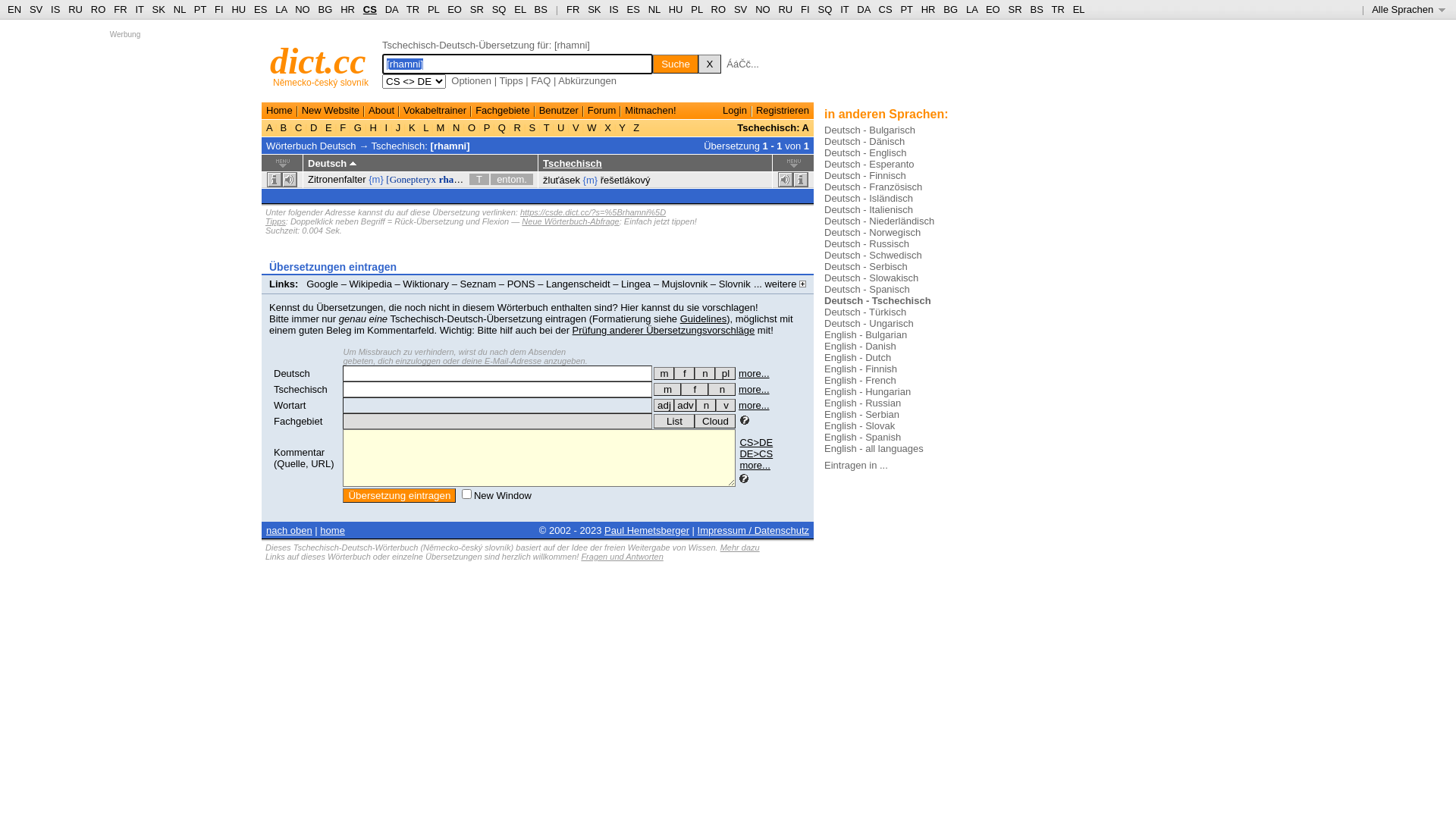  What do you see at coordinates (218, 9) in the screenshot?
I see `'FI'` at bounding box center [218, 9].